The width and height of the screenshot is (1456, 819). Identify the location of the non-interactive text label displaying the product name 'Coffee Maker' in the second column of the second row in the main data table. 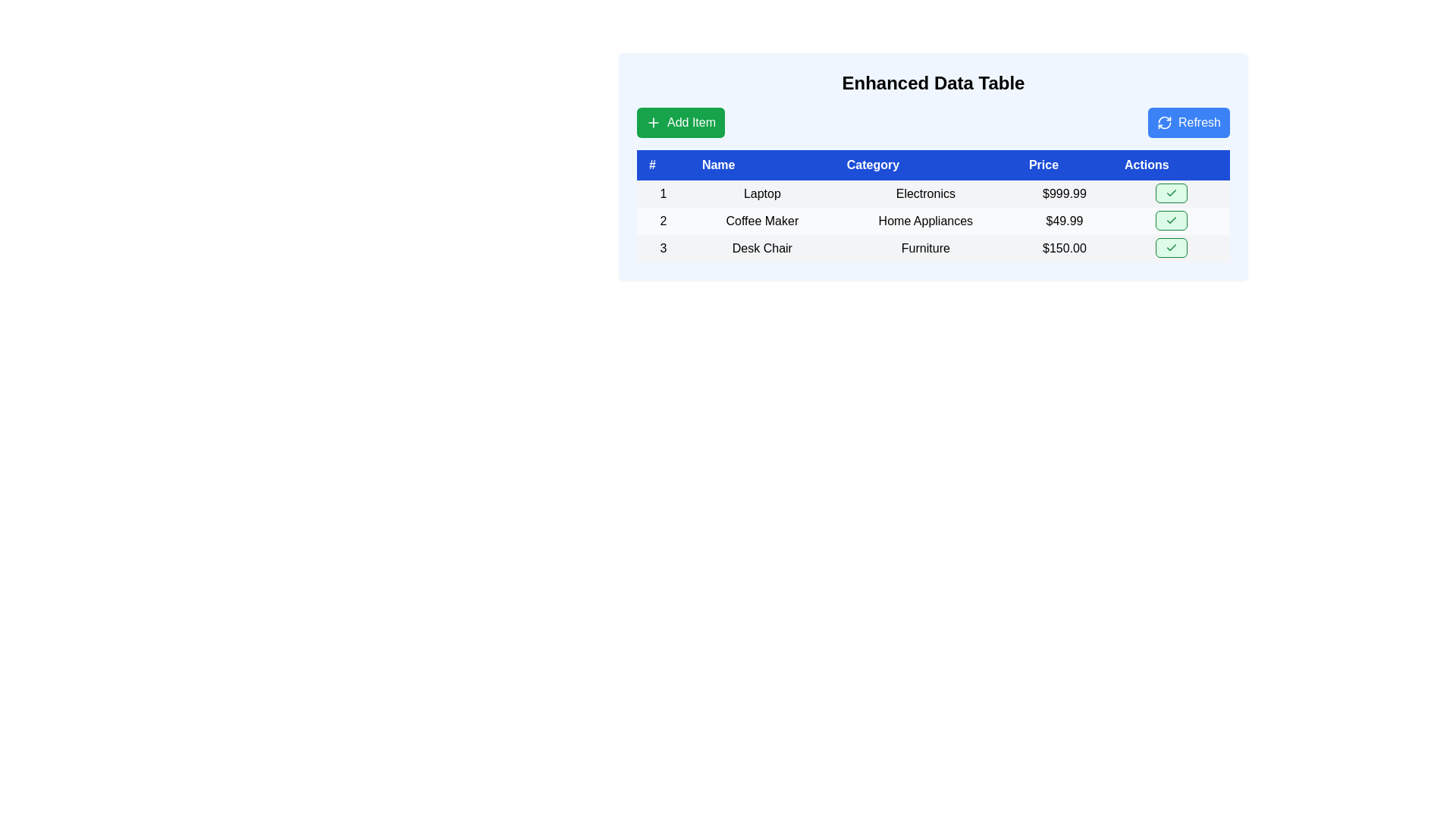
(762, 221).